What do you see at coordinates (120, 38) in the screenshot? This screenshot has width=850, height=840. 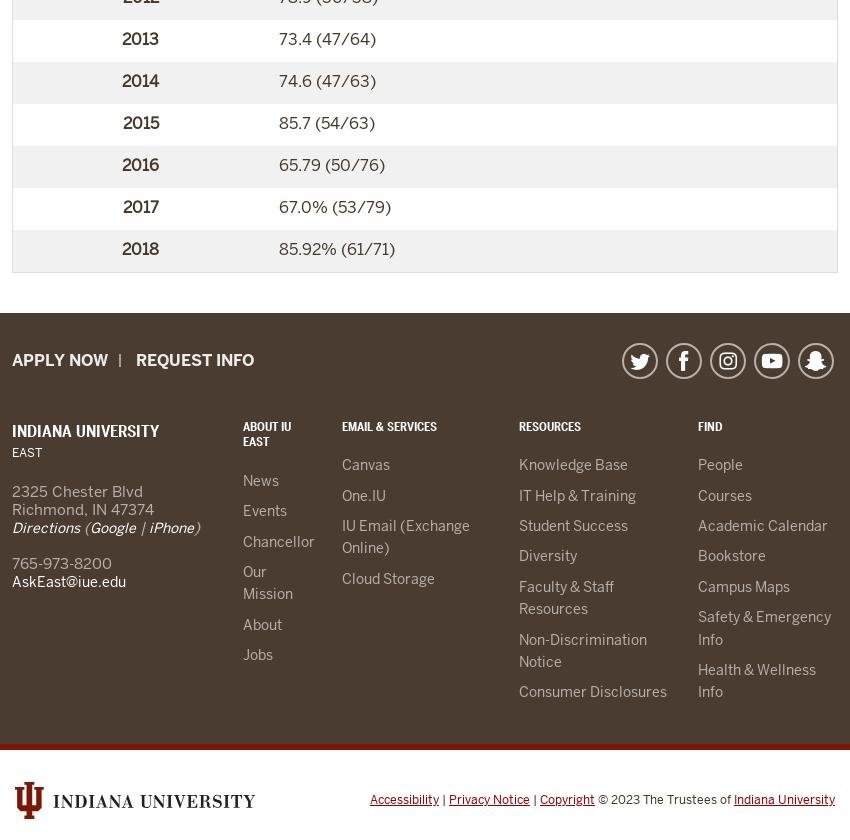 I see `'2013'` at bounding box center [120, 38].